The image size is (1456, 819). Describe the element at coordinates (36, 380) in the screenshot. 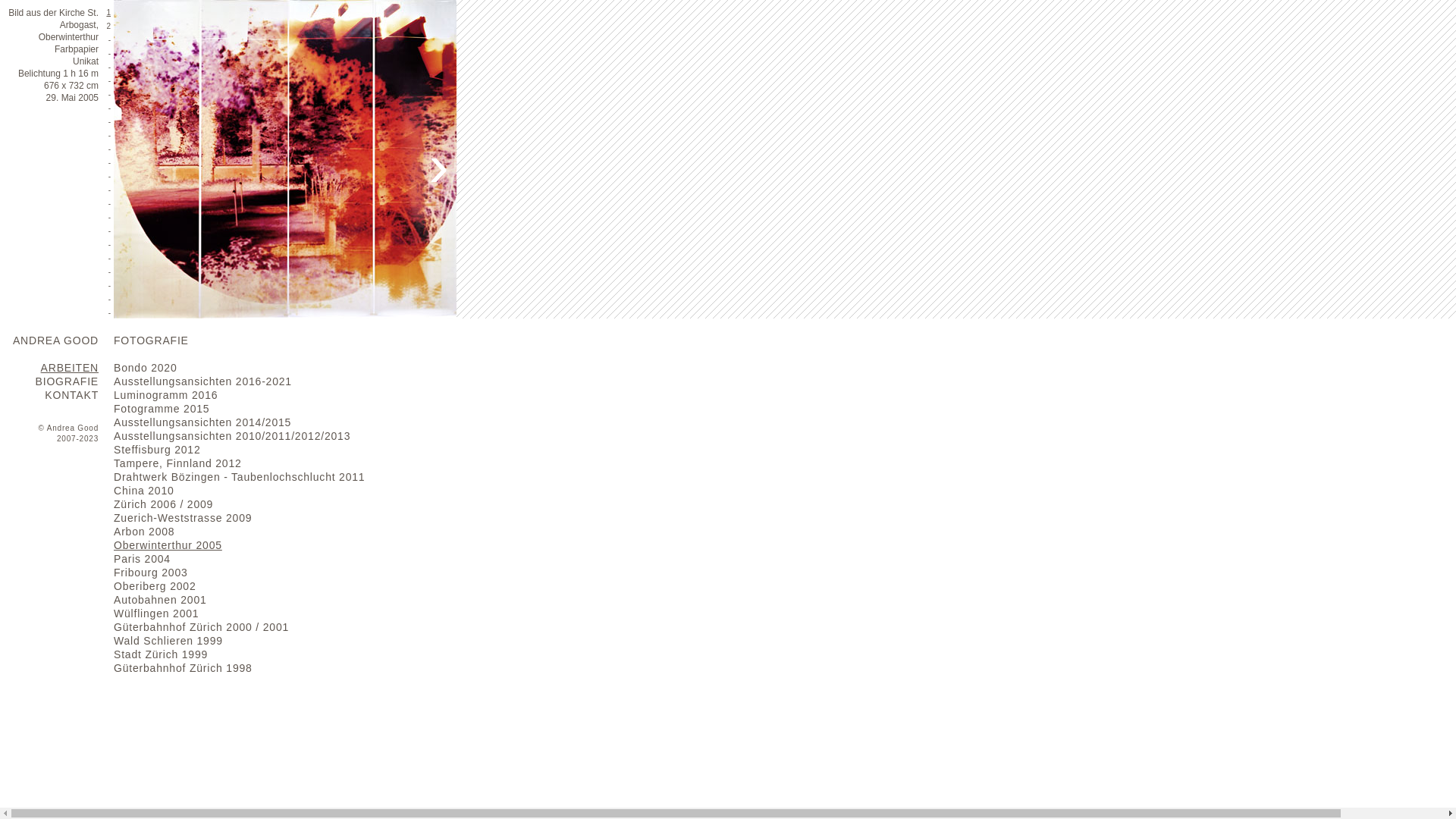

I see `'BIOGRAFIE'` at that location.